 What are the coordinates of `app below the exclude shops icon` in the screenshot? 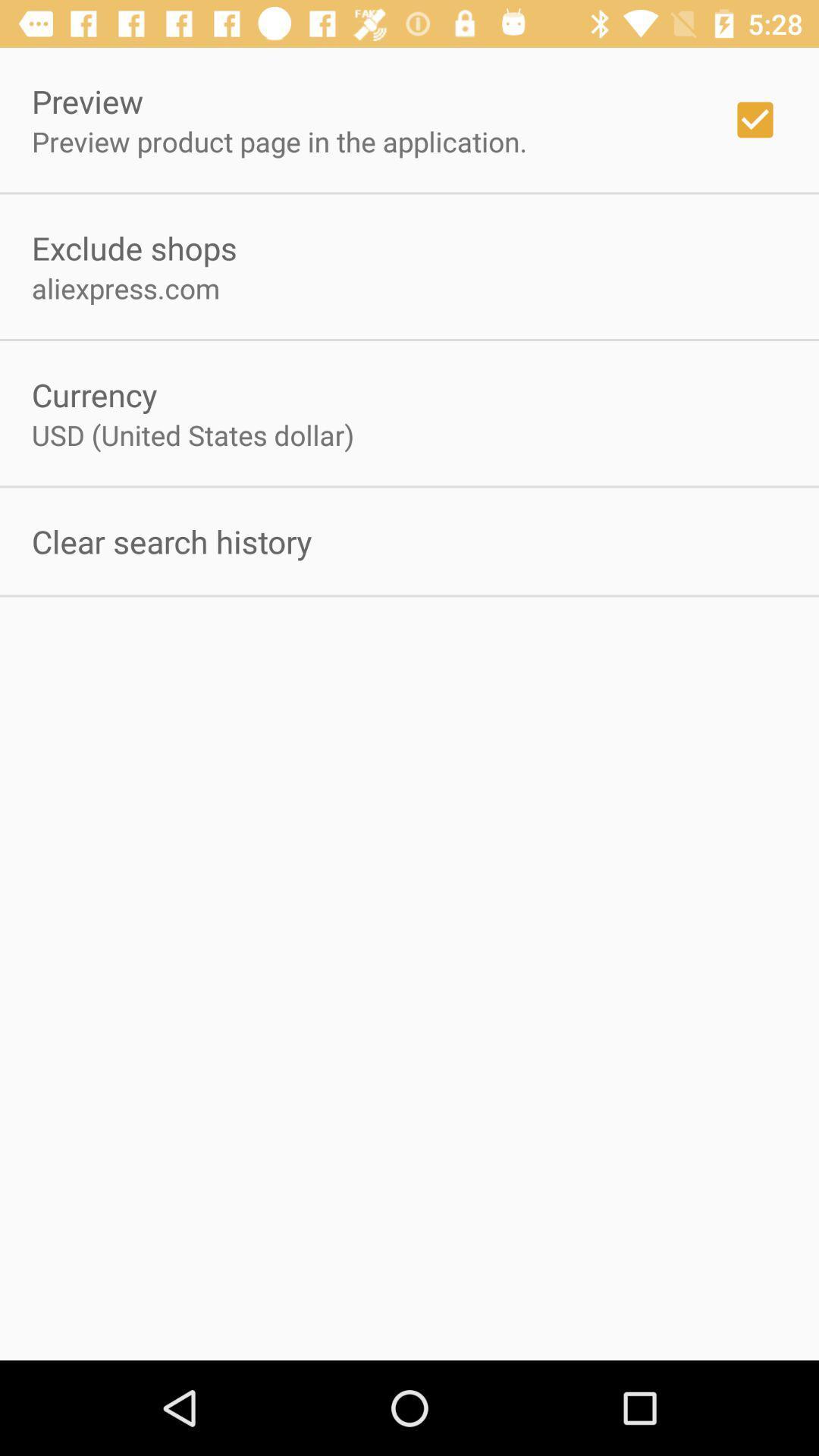 It's located at (125, 288).